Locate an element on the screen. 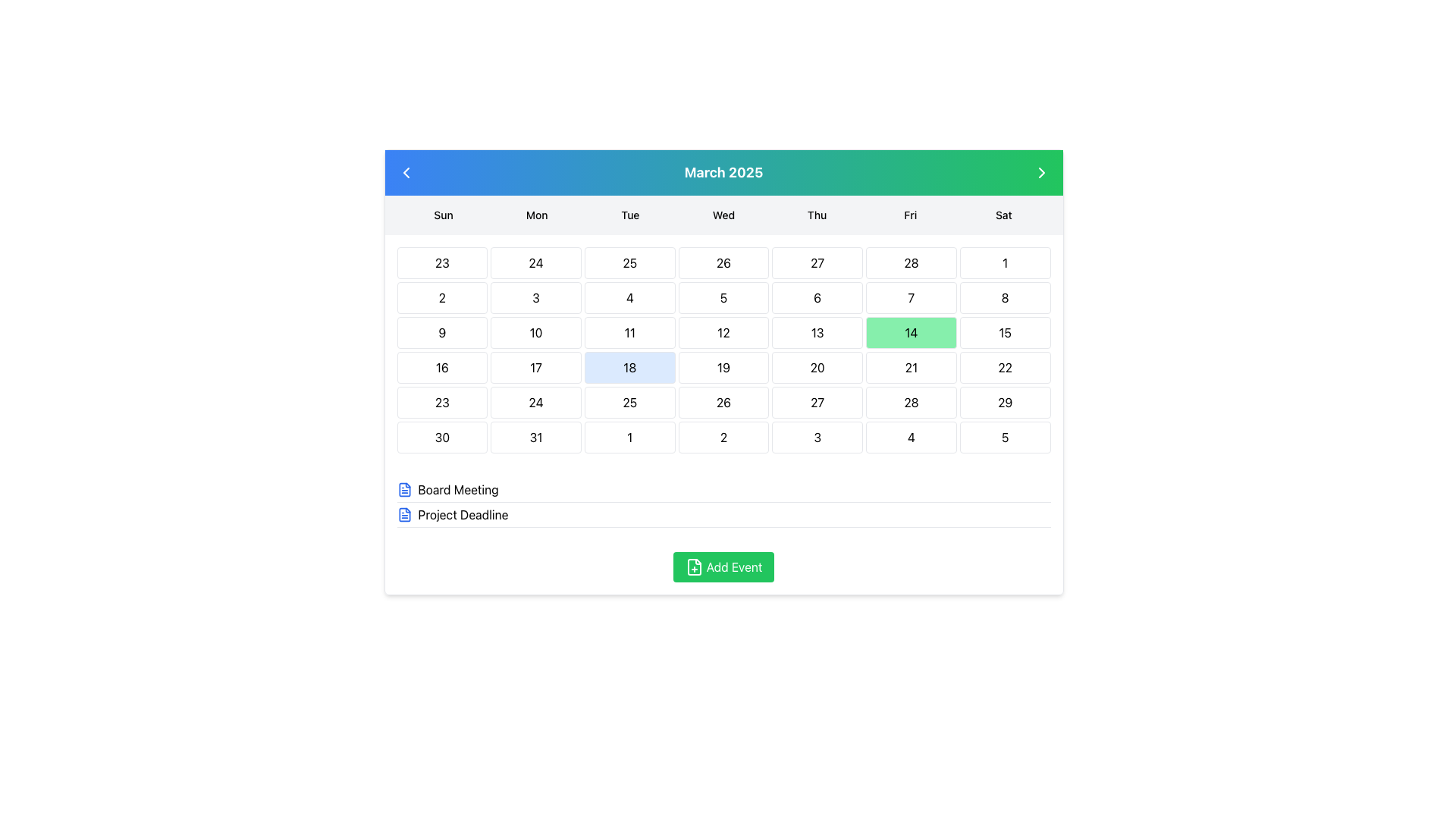 This screenshot has width=1456, height=819. the button displaying the number '5' in the calendar grid for March 2025, located under the 'Sat' column is located at coordinates (1005, 438).